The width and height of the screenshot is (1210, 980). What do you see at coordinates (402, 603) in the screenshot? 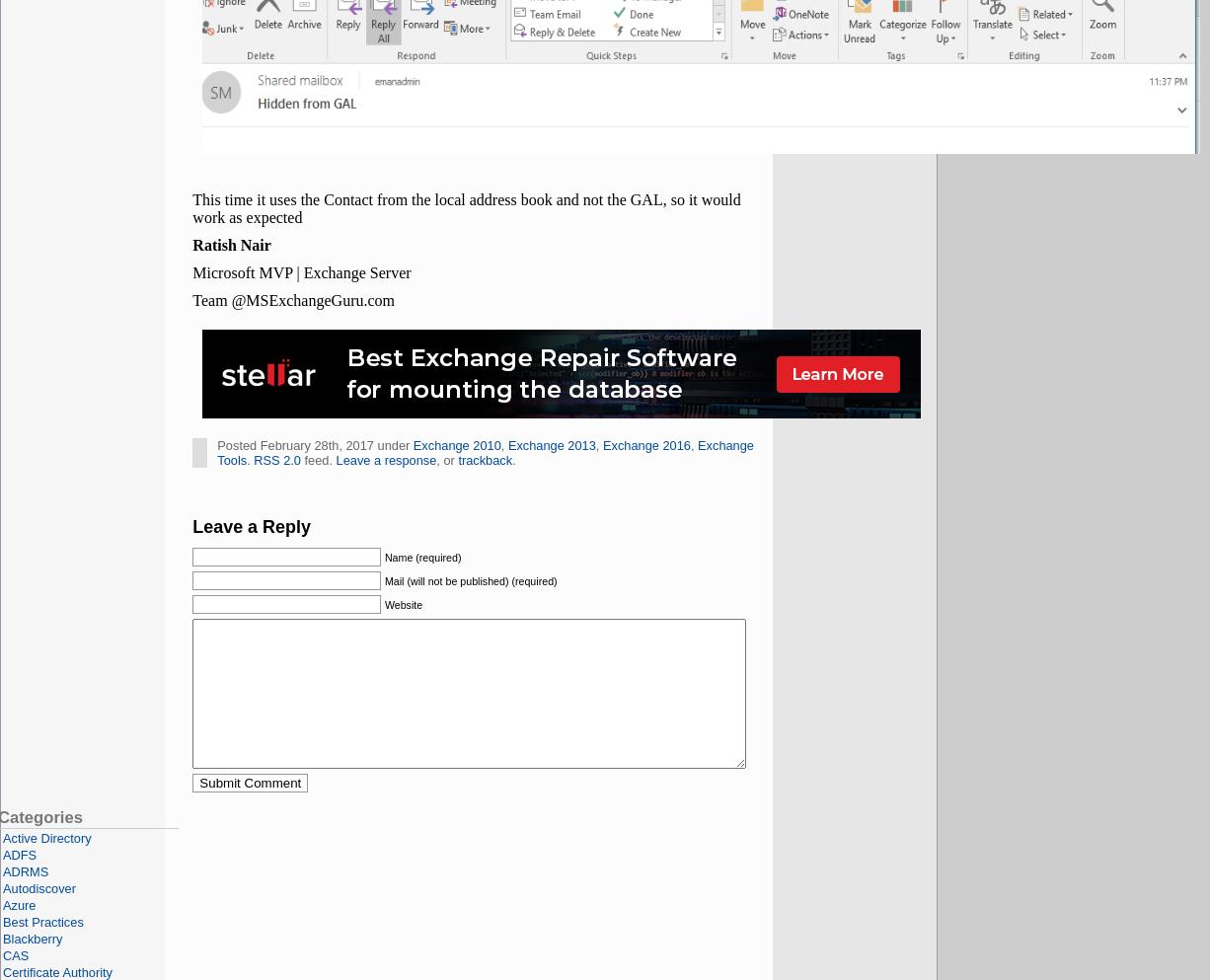
I see `'Website'` at bounding box center [402, 603].